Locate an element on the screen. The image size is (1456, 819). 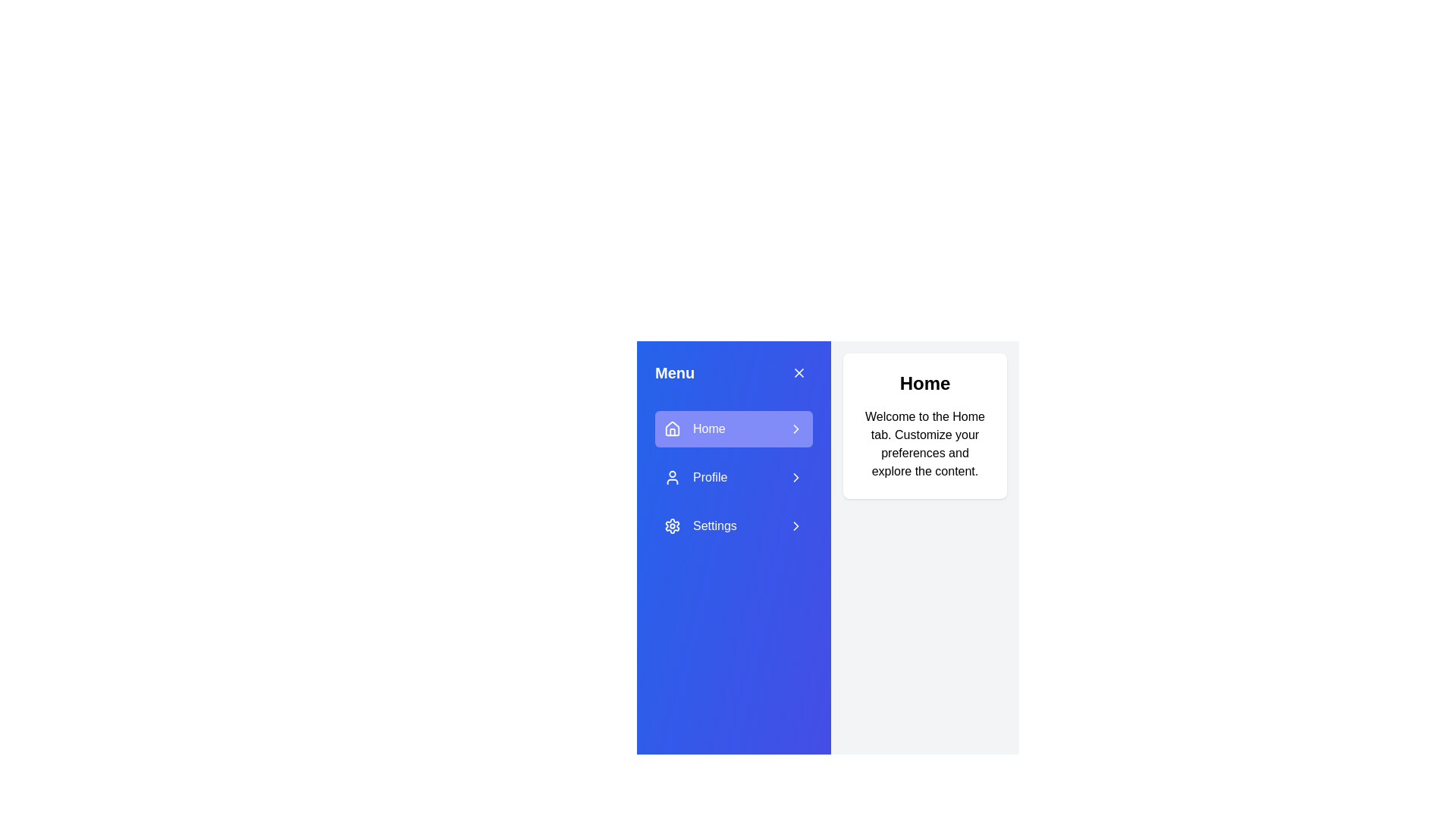
the 'Home' icon located in the left sidebar navigation menu, which visually represents the 'Home' functionality is located at coordinates (672, 429).